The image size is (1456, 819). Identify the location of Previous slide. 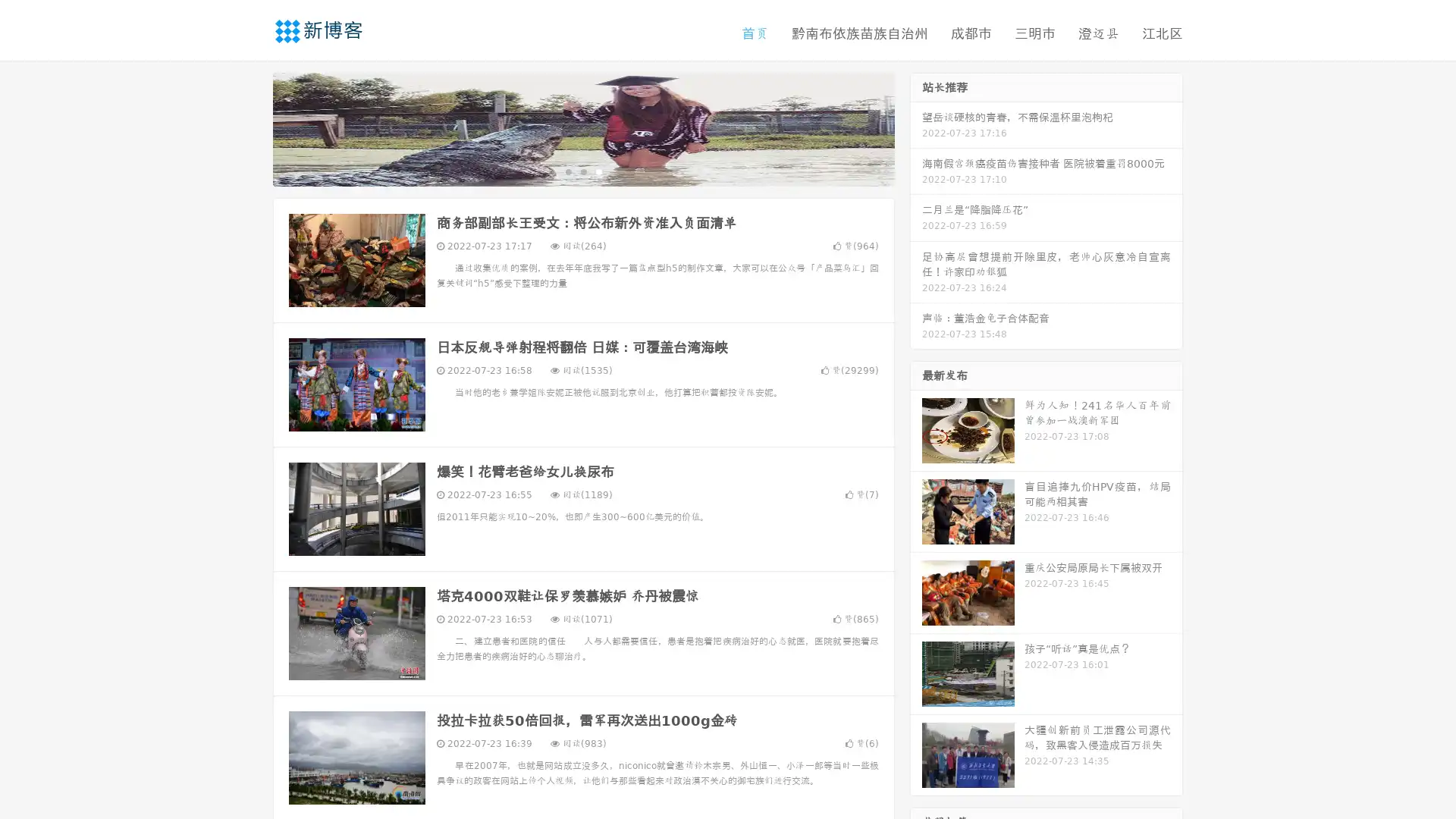
(250, 127).